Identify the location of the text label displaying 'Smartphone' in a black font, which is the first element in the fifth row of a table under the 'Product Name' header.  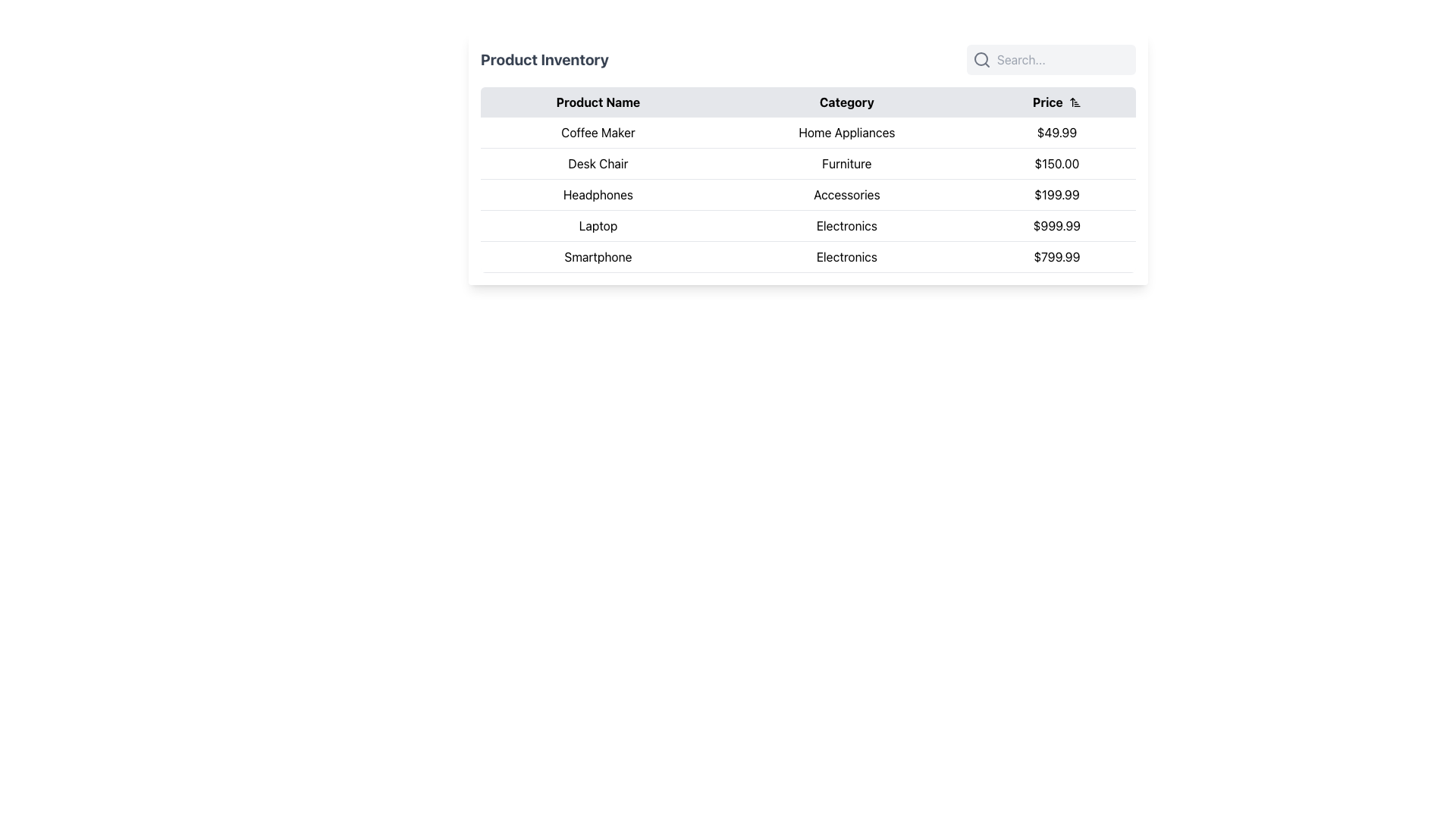
(597, 256).